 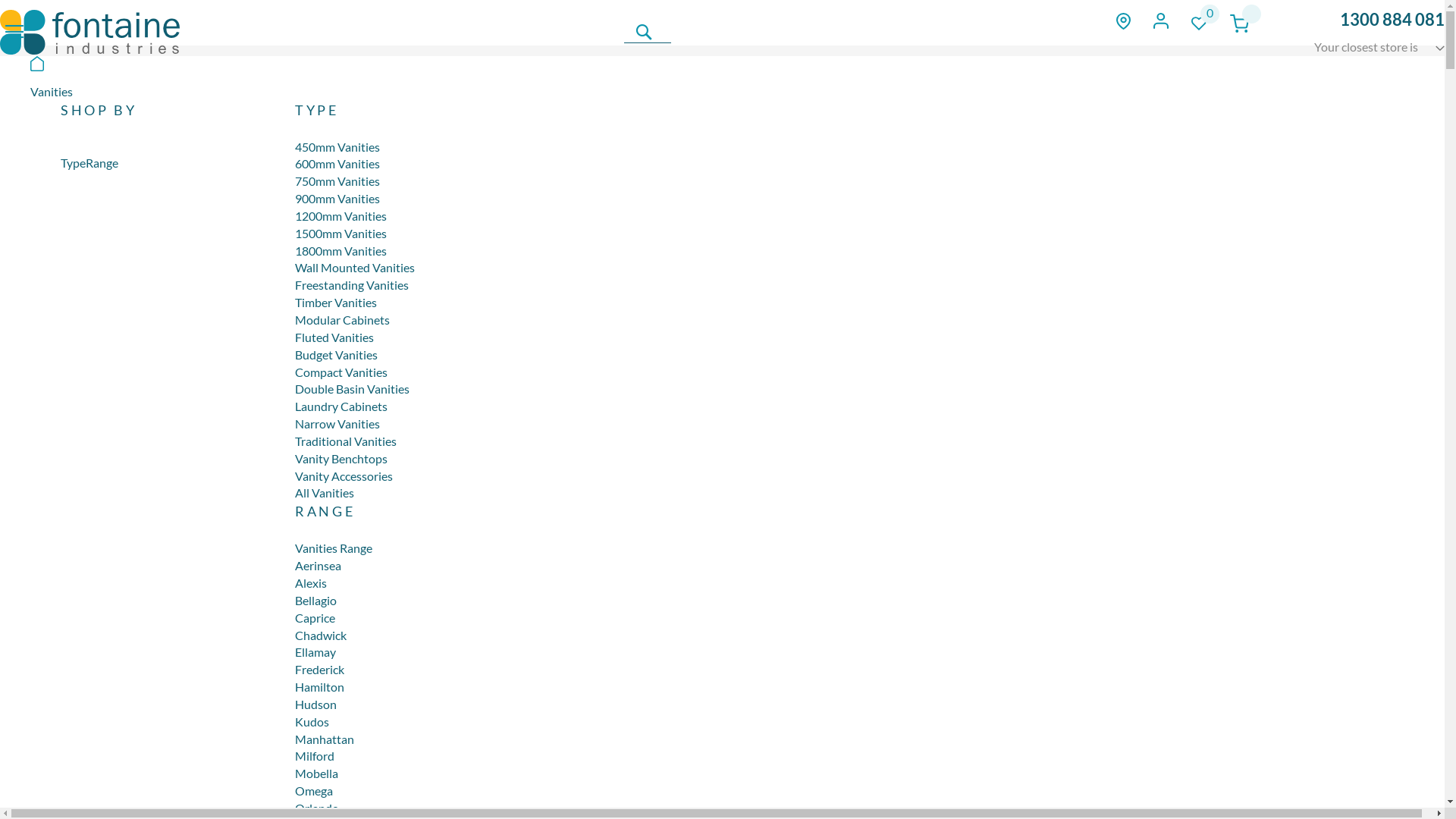 What do you see at coordinates (334, 336) in the screenshot?
I see `'Fluted Vanities'` at bounding box center [334, 336].